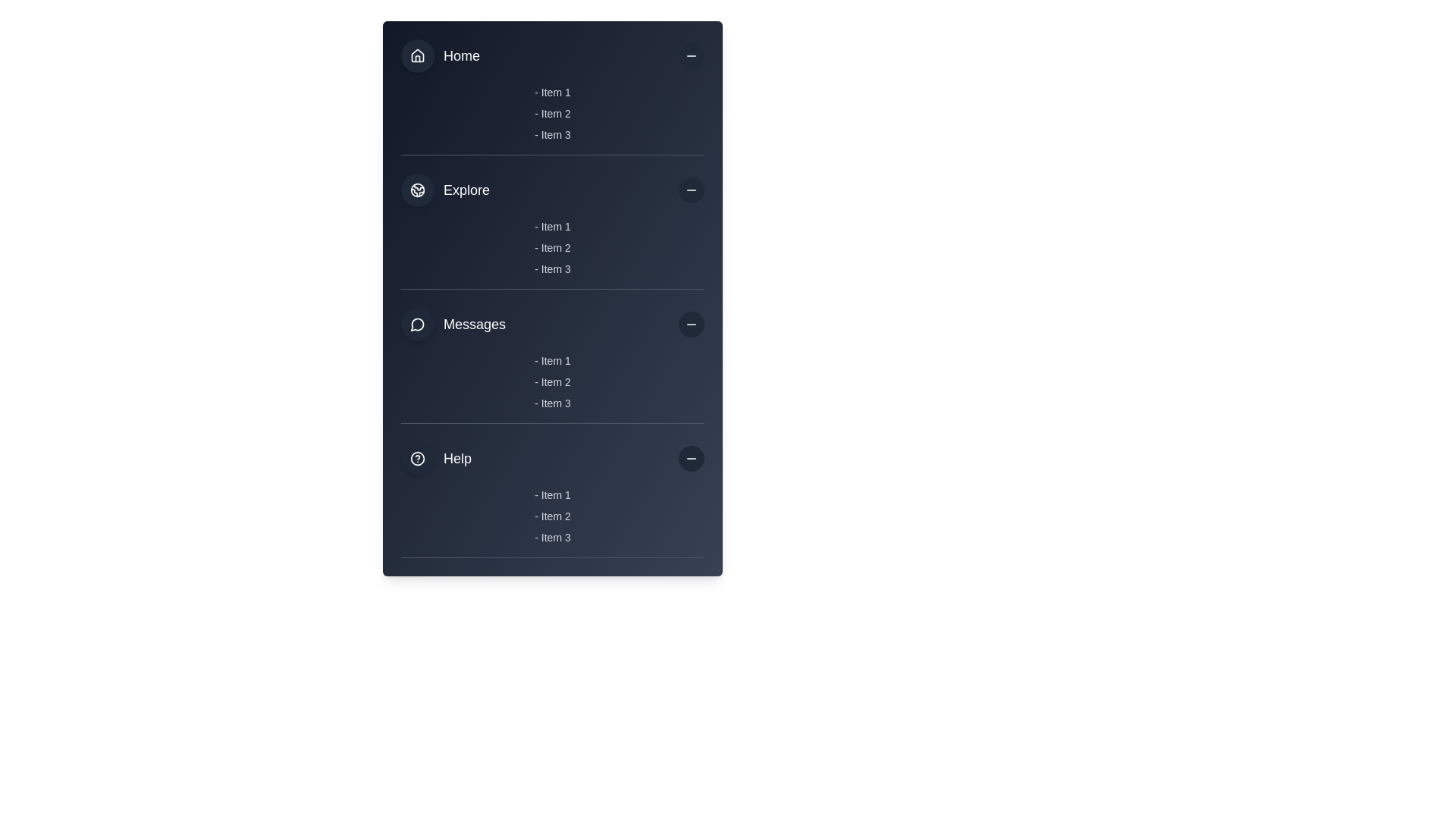  Describe the element at coordinates (552, 537) in the screenshot. I see `the non-interactive text label located in the 'Help' section, which is the third item in a vertical list beneath '- Item 2'` at that location.